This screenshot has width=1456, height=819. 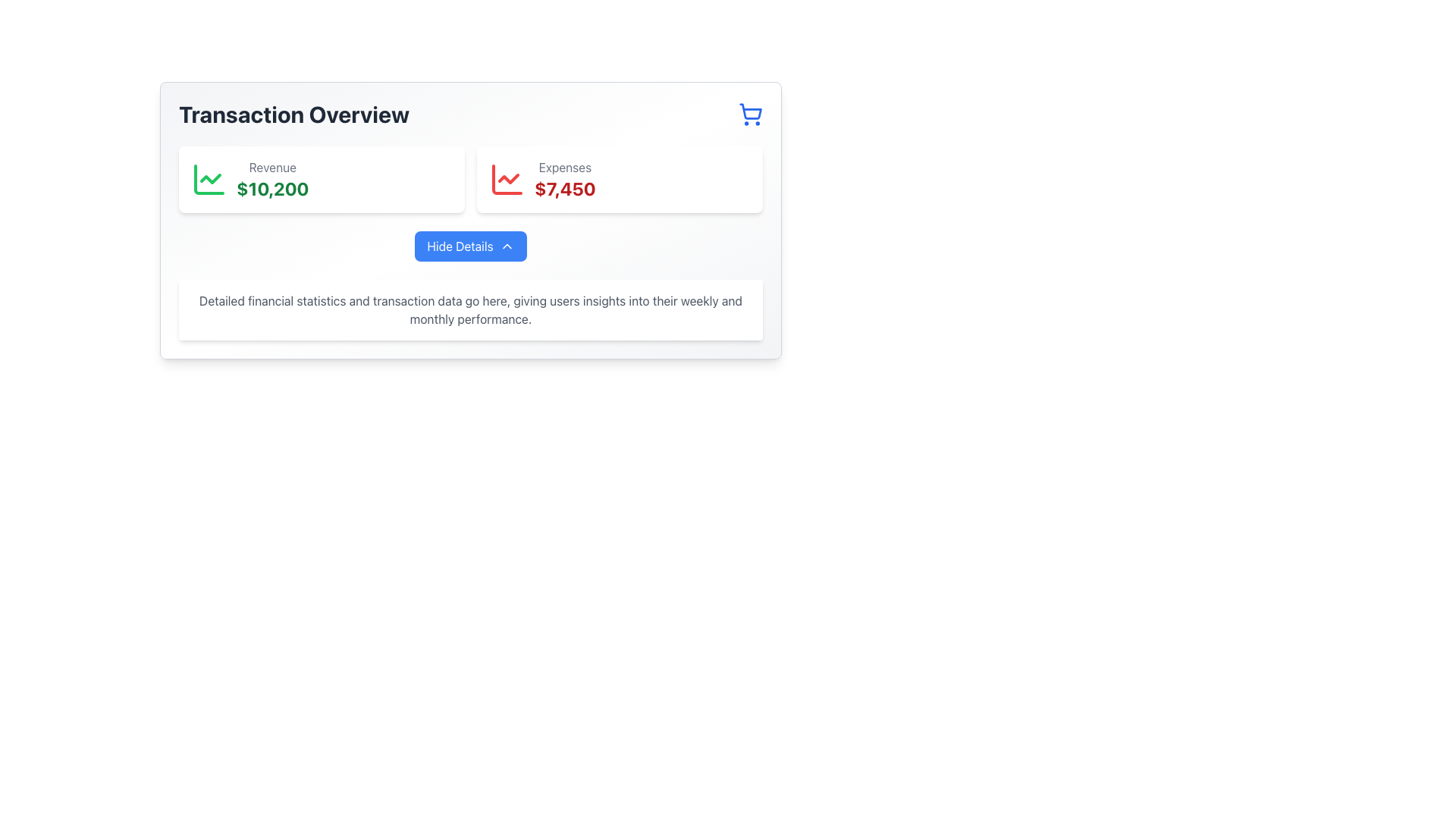 What do you see at coordinates (469, 309) in the screenshot?
I see `the Informational Text Box that displays detailed financial statistics and transaction data, located beneath the 'Hide Details' button` at bounding box center [469, 309].